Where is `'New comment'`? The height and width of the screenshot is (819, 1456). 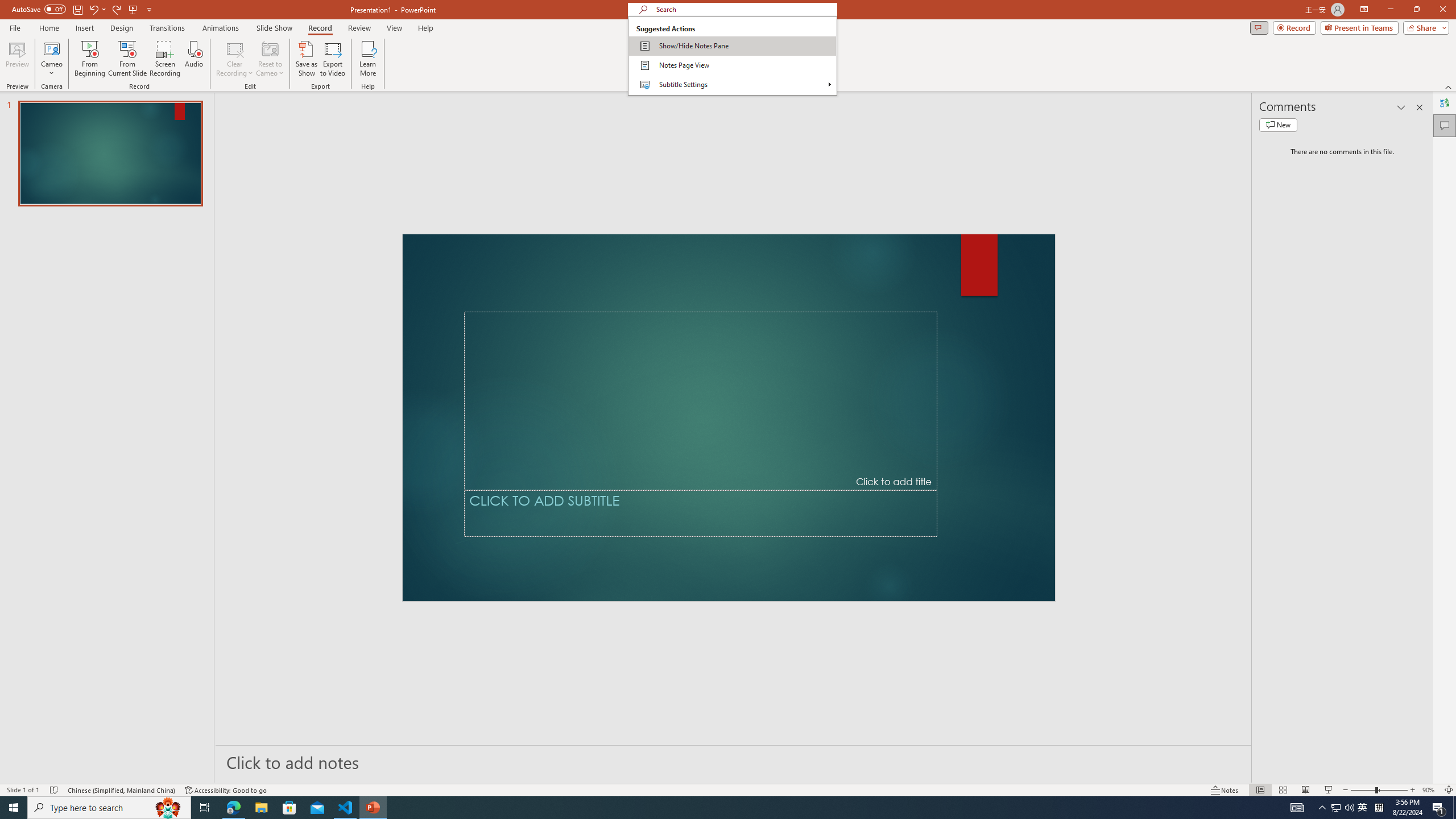
'New comment' is located at coordinates (1277, 124).